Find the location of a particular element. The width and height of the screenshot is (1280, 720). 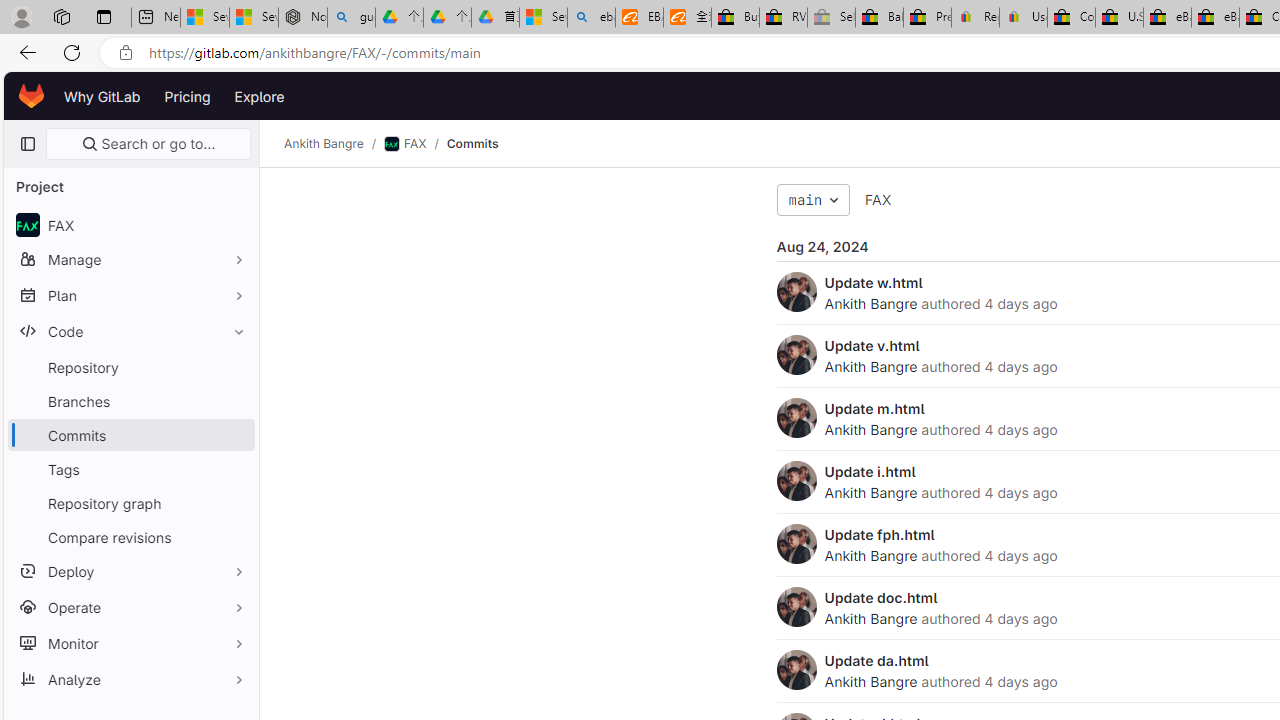

'Commits' is located at coordinates (471, 143).